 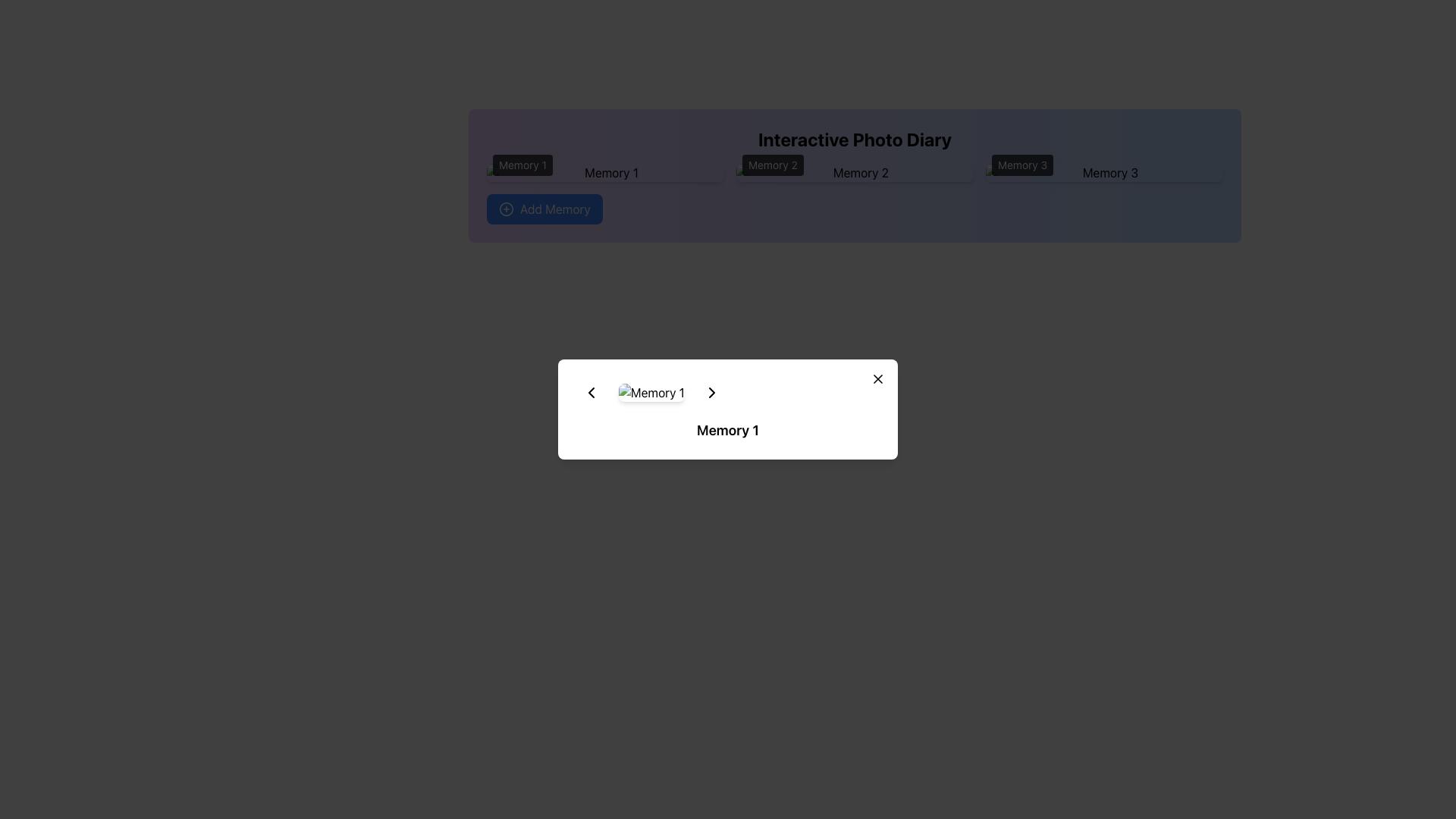 I want to click on the left-facing chevron icon button located in the top-left corner of the modal header section, so click(x=590, y=391).